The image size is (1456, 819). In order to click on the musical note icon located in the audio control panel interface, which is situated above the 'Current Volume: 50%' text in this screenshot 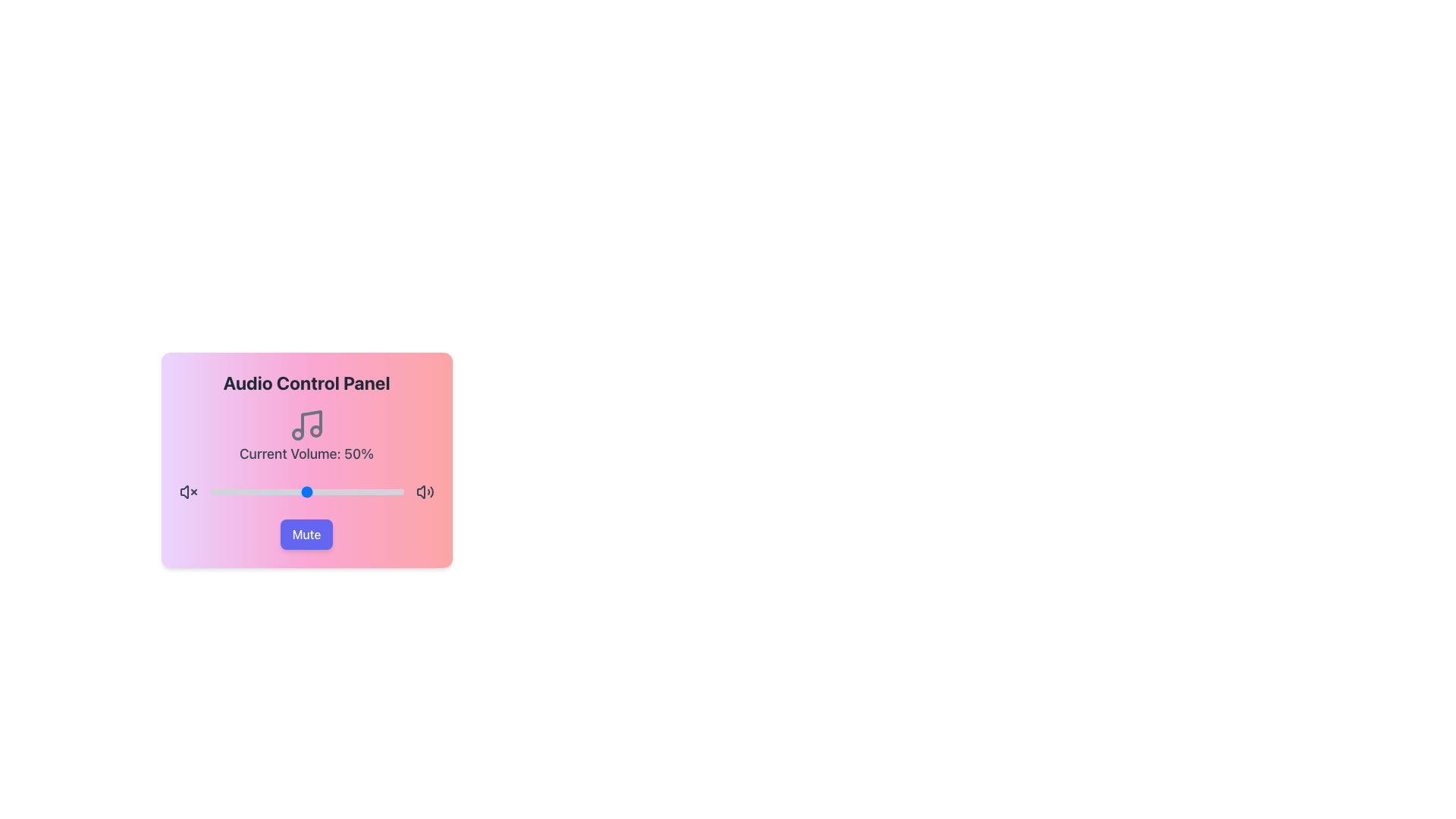, I will do `click(306, 425)`.